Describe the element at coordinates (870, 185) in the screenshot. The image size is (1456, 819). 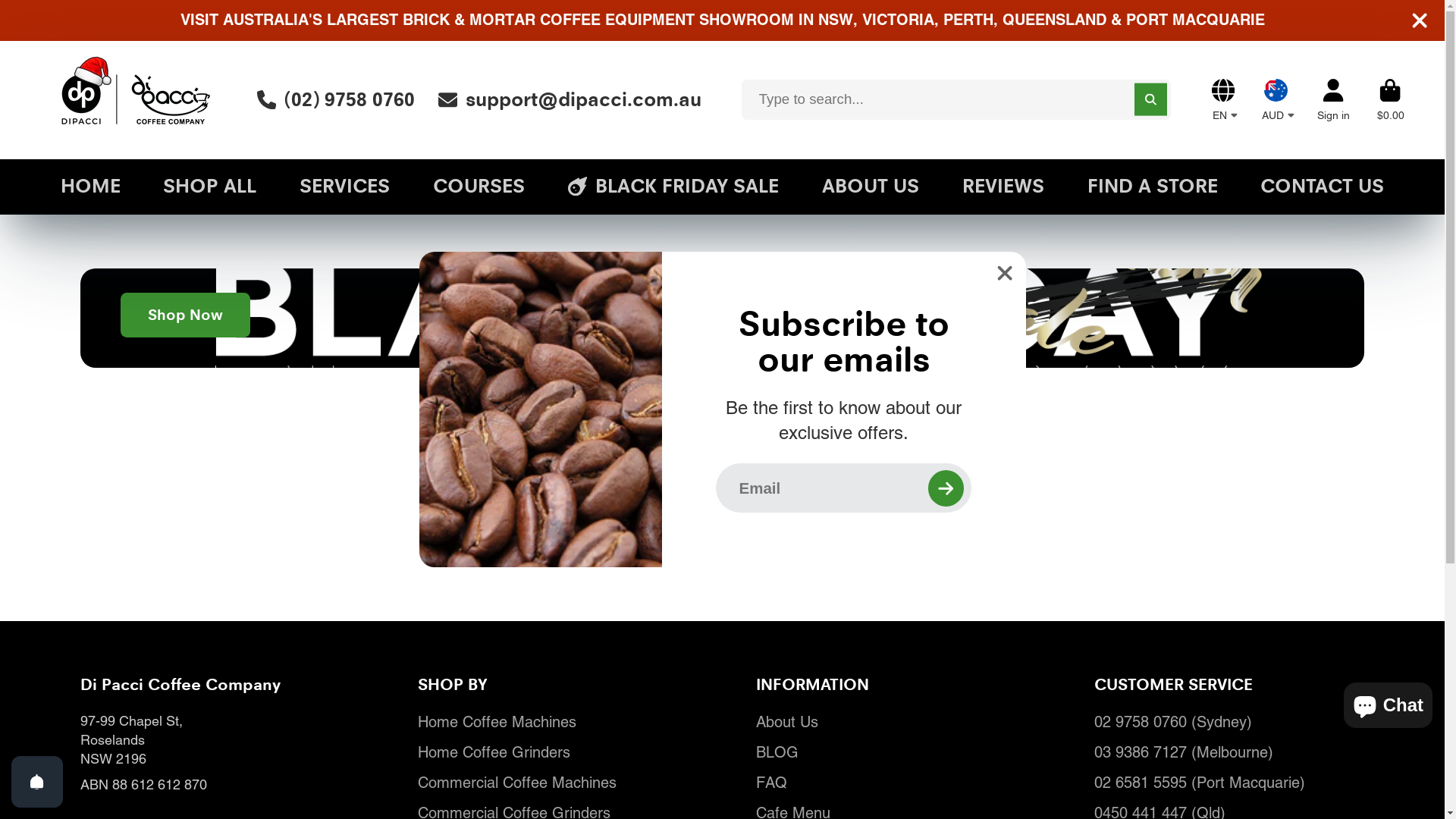
I see `'ABOUT US'` at that location.